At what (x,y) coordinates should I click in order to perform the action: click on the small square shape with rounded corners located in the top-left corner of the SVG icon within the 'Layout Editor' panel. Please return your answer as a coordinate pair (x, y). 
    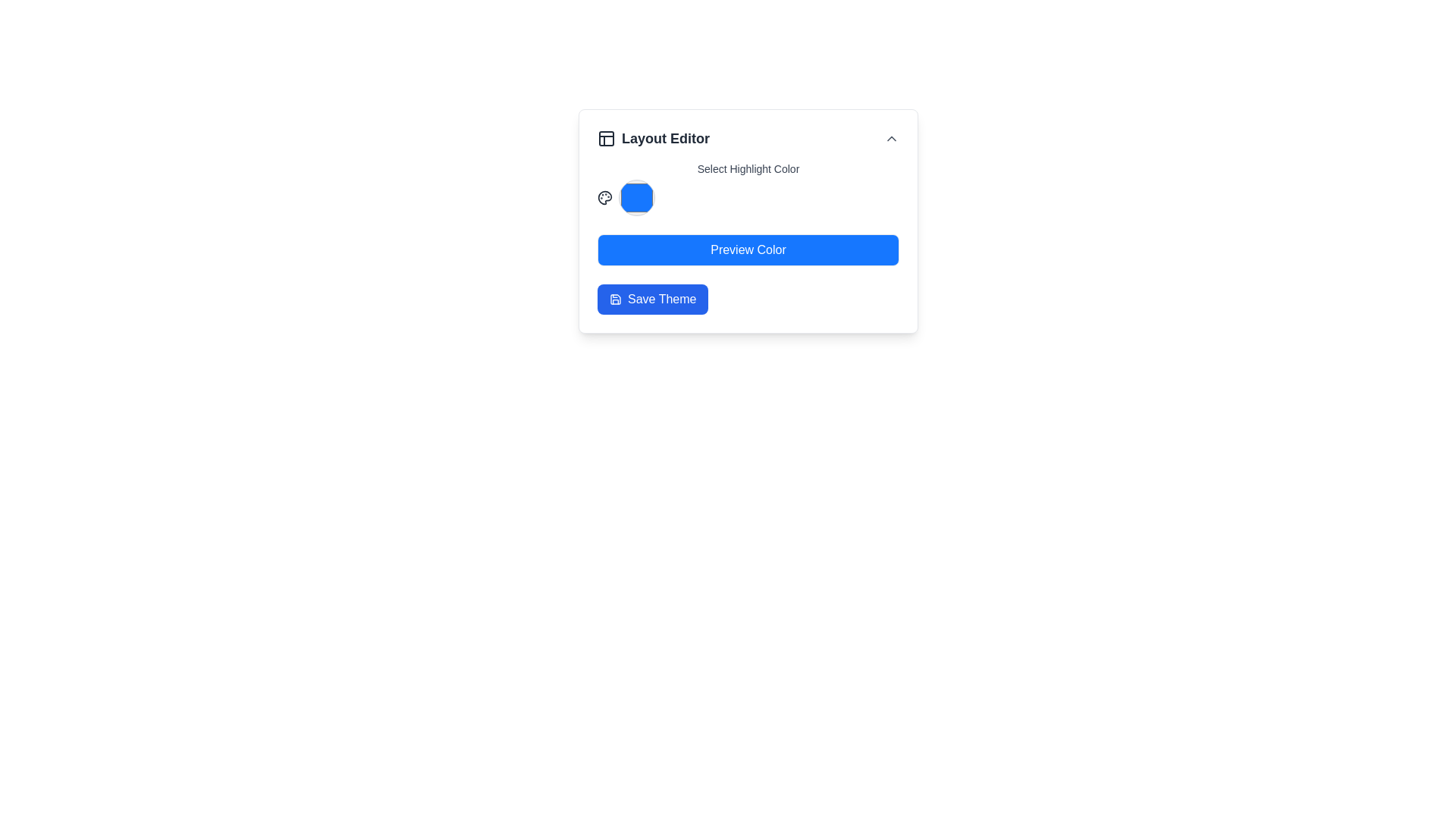
    Looking at the image, I should click on (607, 138).